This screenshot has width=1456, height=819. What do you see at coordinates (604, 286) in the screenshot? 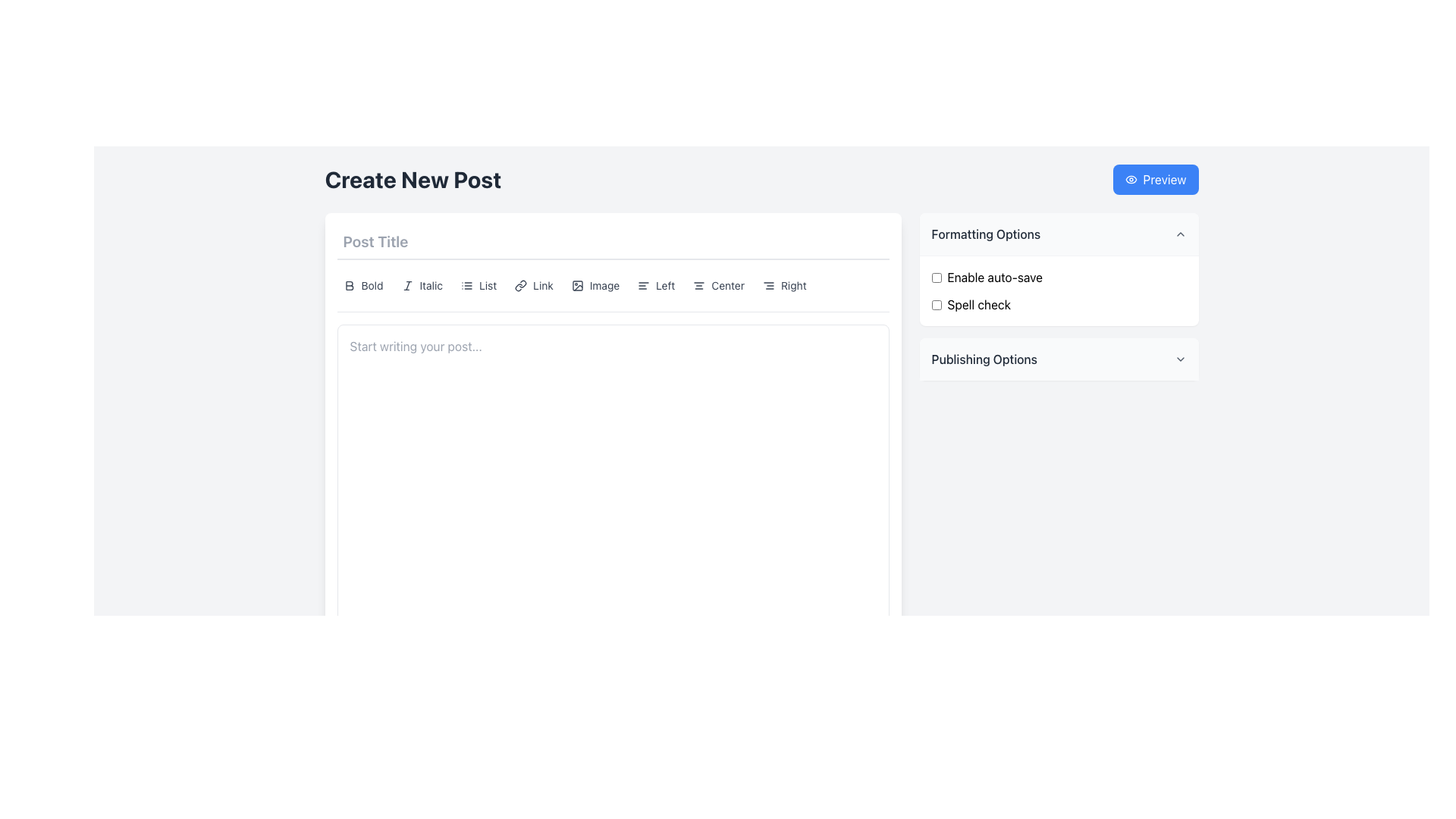
I see `the text label associated with the image insertion button in the text editor toolbar, which is positioned near formatting options like Bold, Italic, and List` at bounding box center [604, 286].